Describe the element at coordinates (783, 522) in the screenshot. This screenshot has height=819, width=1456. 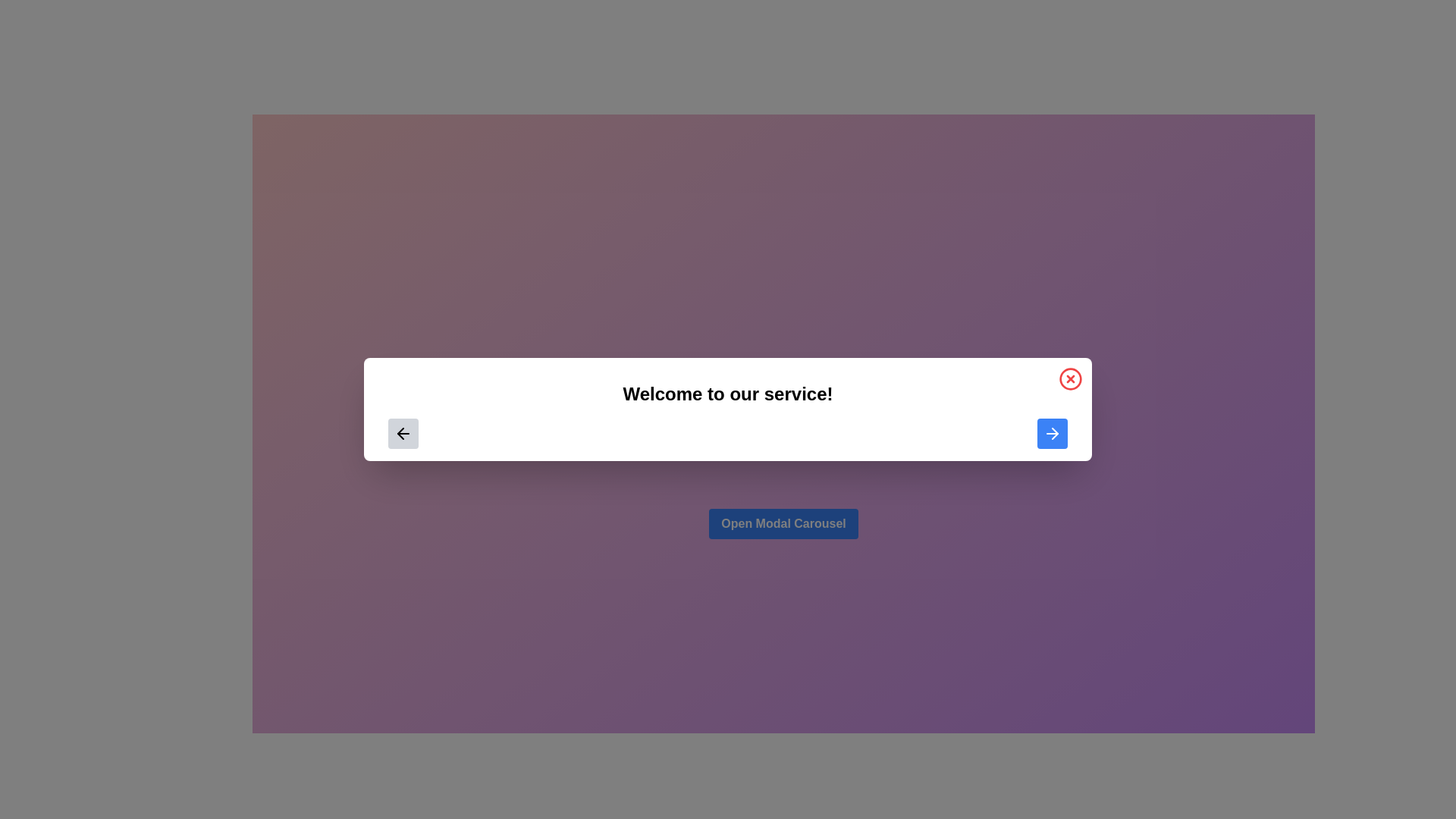
I see `the button located near the bottom of the interface` at that location.